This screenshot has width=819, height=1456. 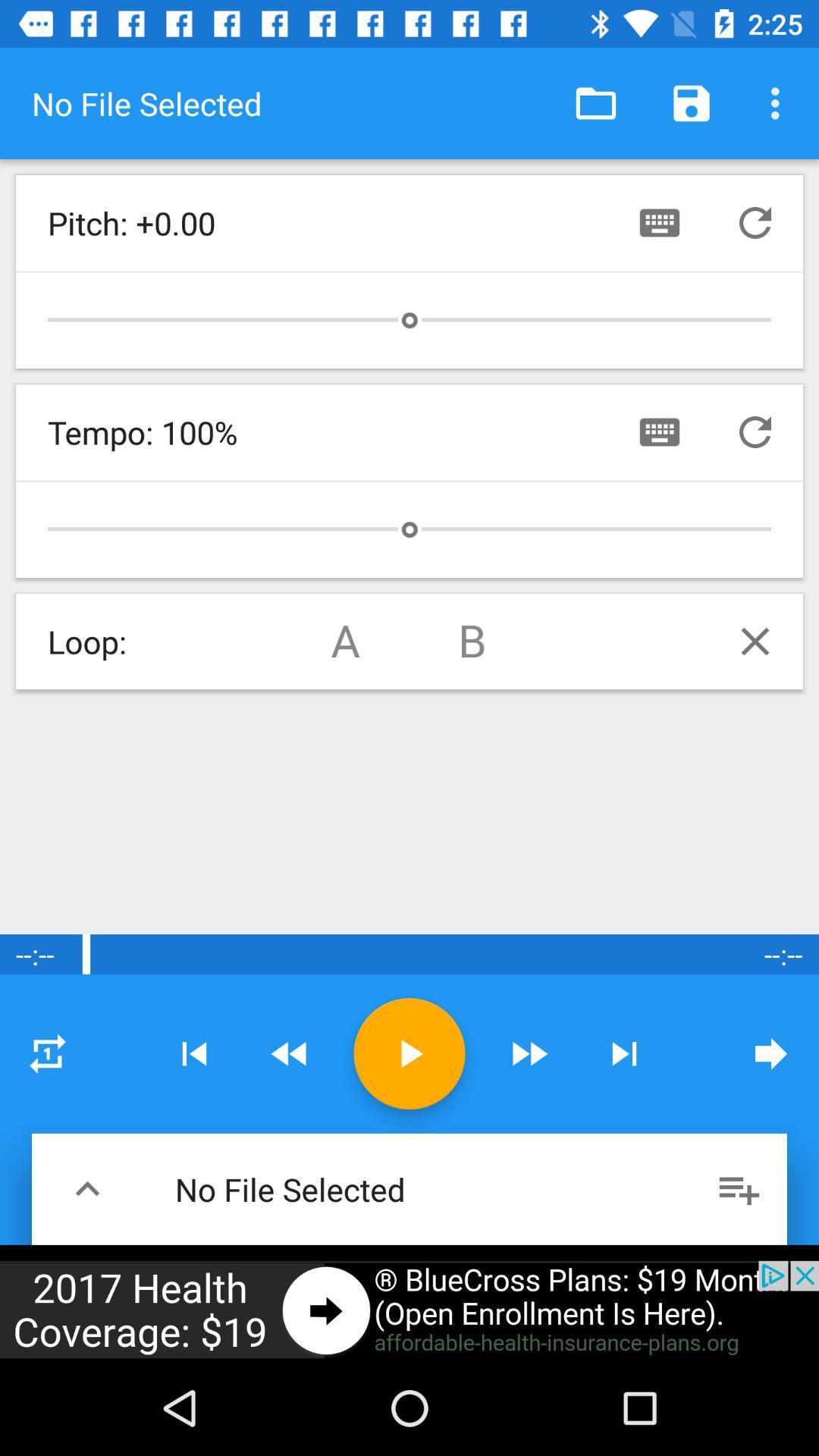 What do you see at coordinates (771, 1053) in the screenshot?
I see `next page` at bounding box center [771, 1053].